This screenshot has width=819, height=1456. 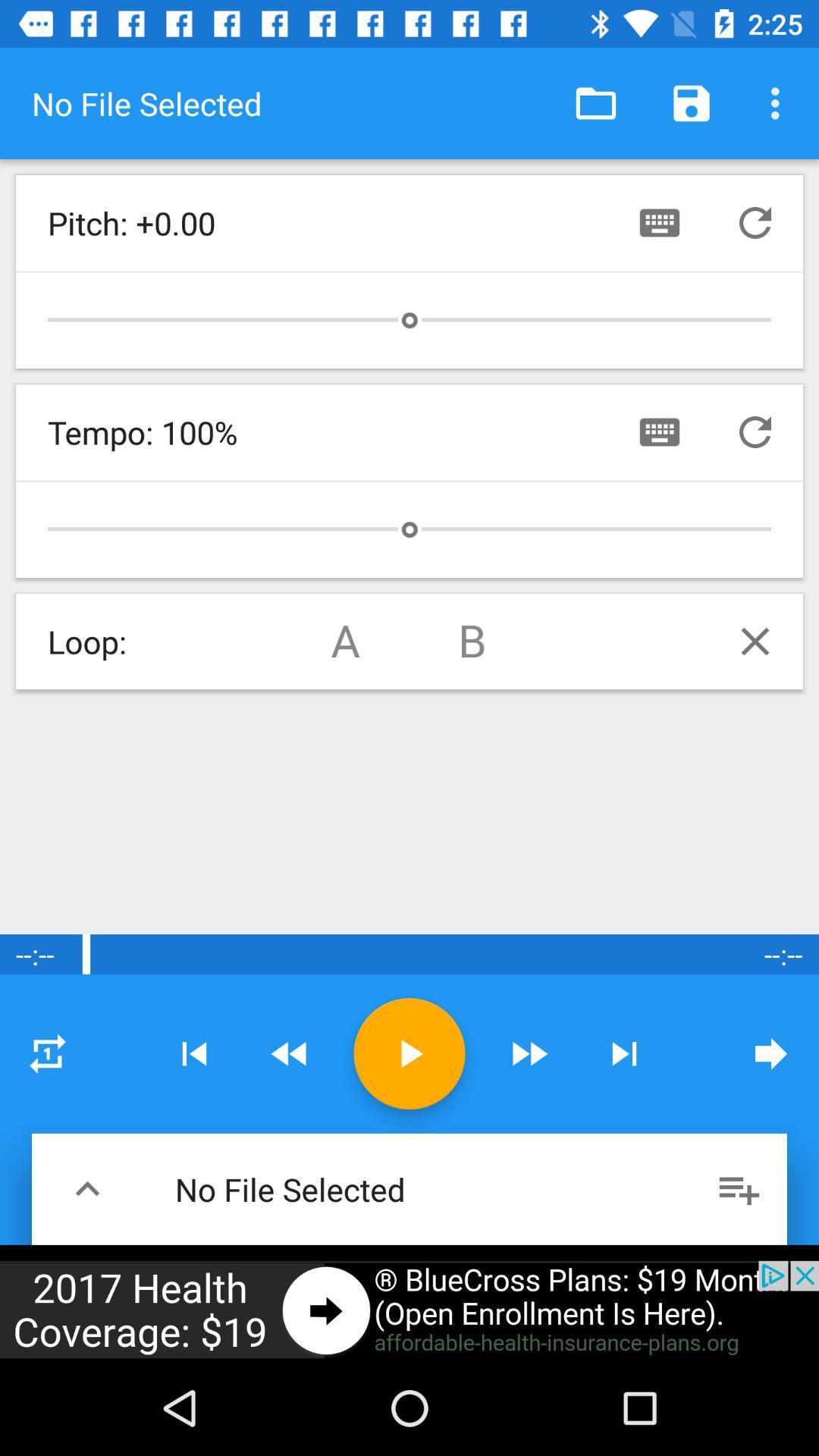 What do you see at coordinates (771, 1053) in the screenshot?
I see `next page` at bounding box center [771, 1053].